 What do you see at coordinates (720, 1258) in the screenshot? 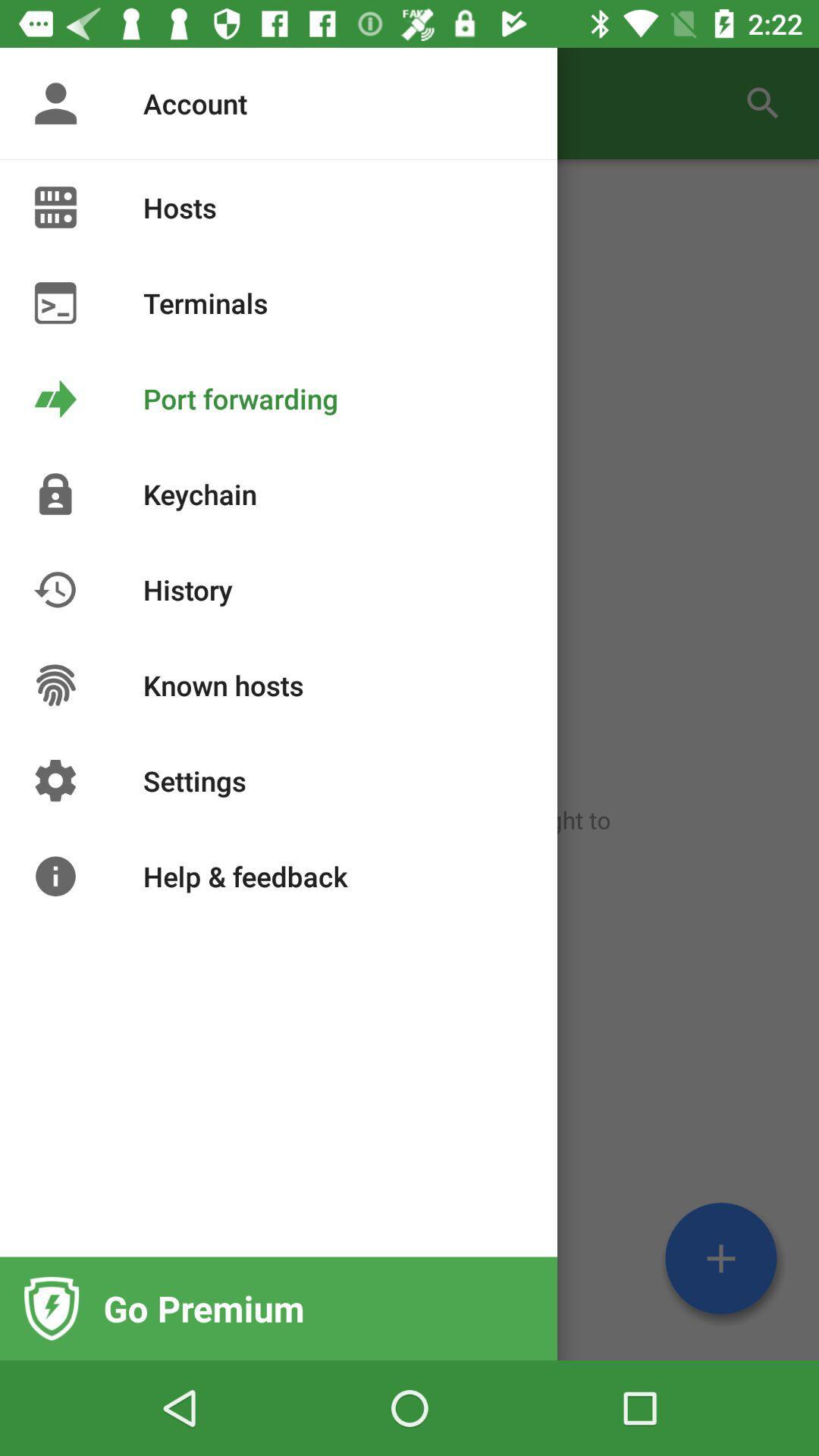
I see `the add icon` at bounding box center [720, 1258].